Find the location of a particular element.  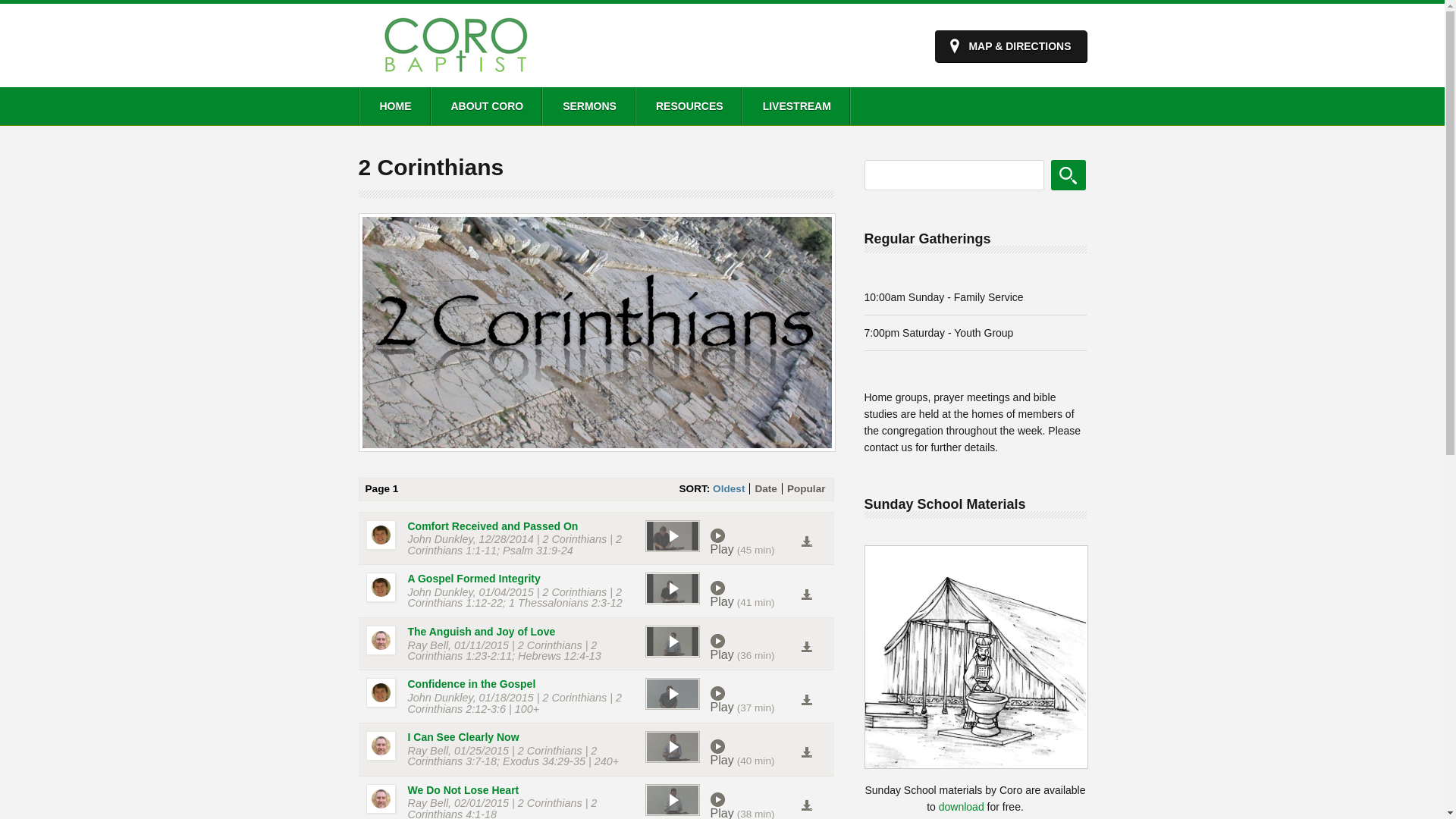

'Confidence in the Gospel' is located at coordinates (471, 684).